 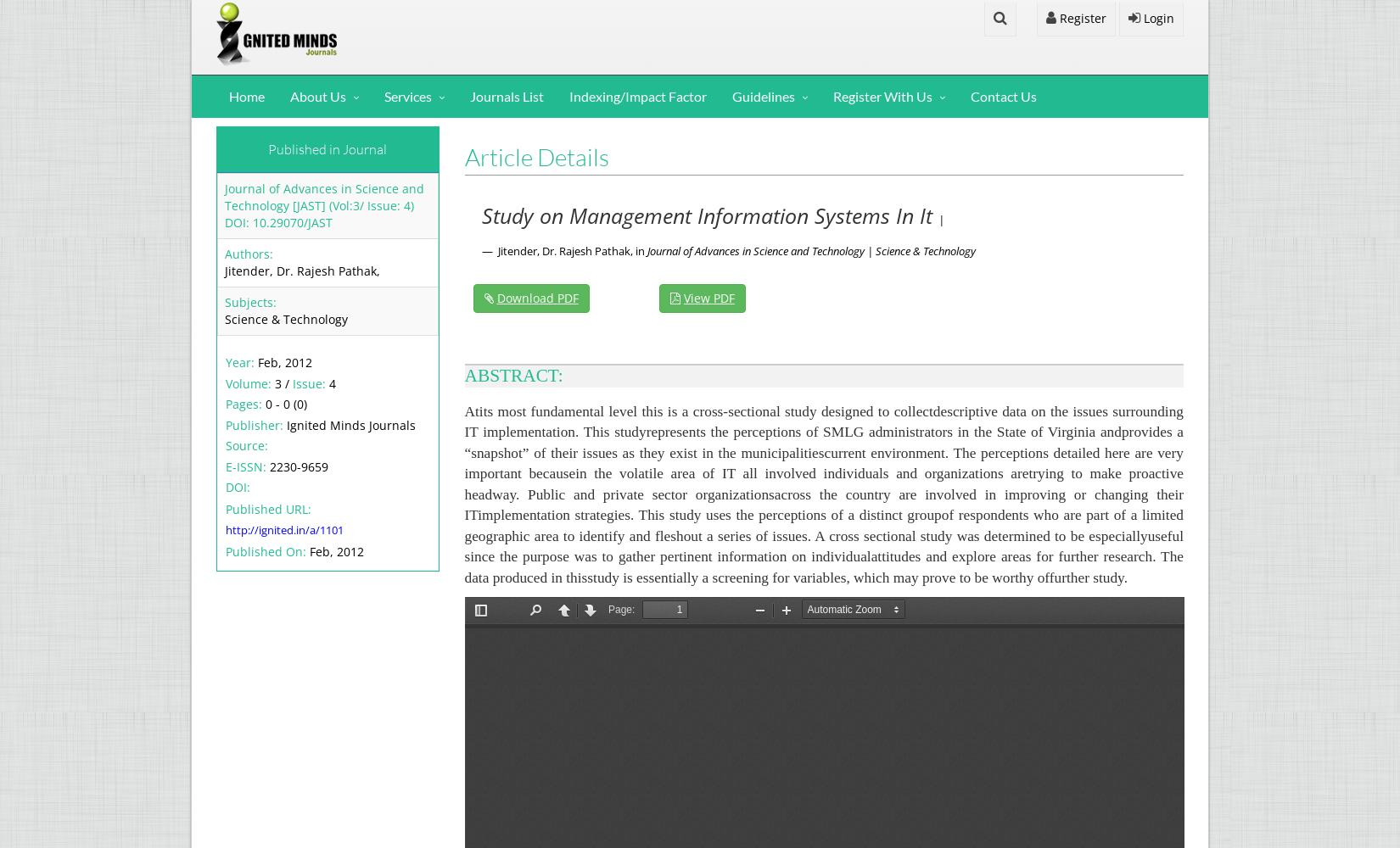 I want to click on 'Ignited Minds Journals', so click(x=350, y=424).